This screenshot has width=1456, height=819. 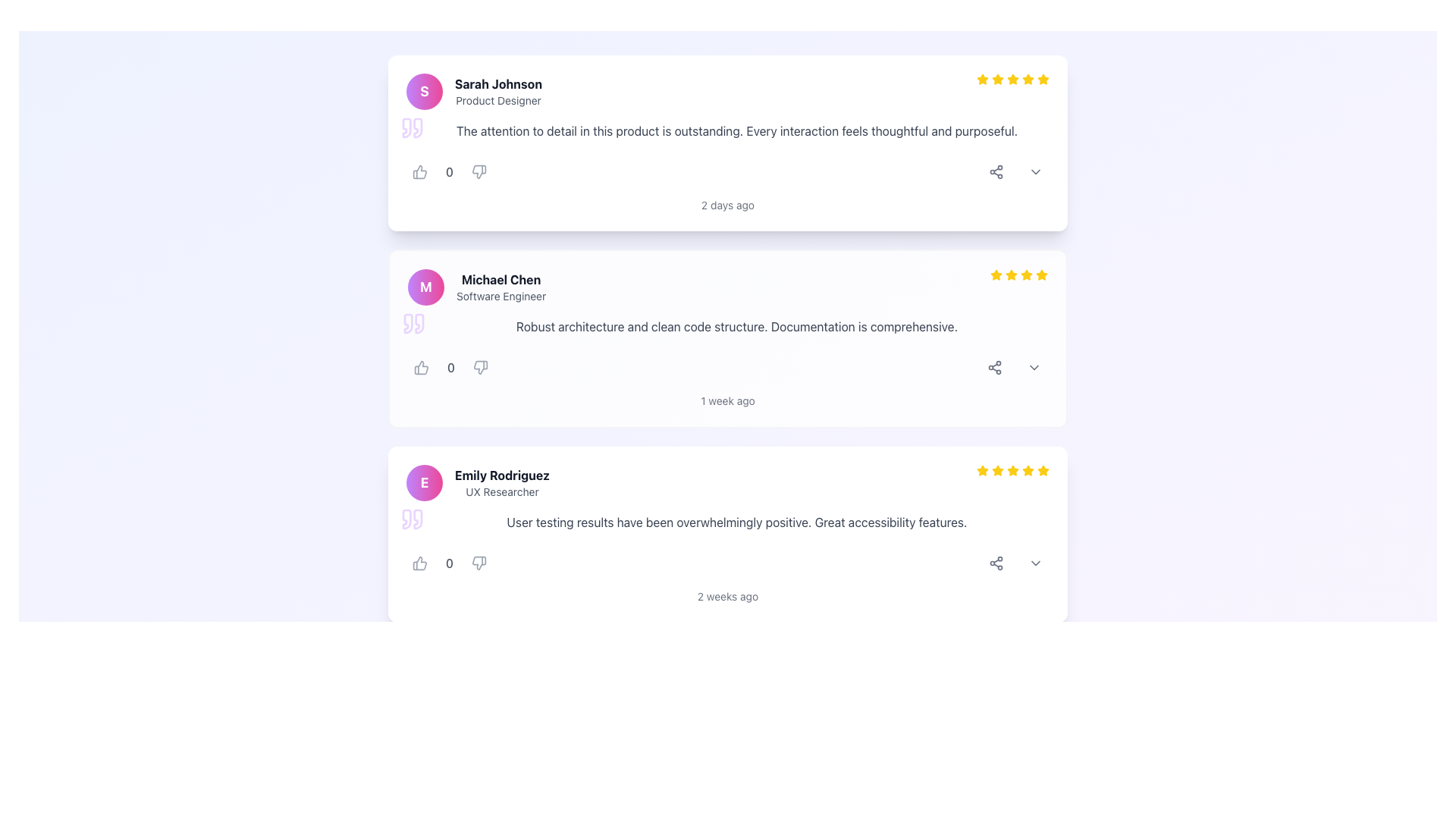 I want to click on the fourth star icon in the rating system, which is part of the product review section, so click(x=1026, y=275).